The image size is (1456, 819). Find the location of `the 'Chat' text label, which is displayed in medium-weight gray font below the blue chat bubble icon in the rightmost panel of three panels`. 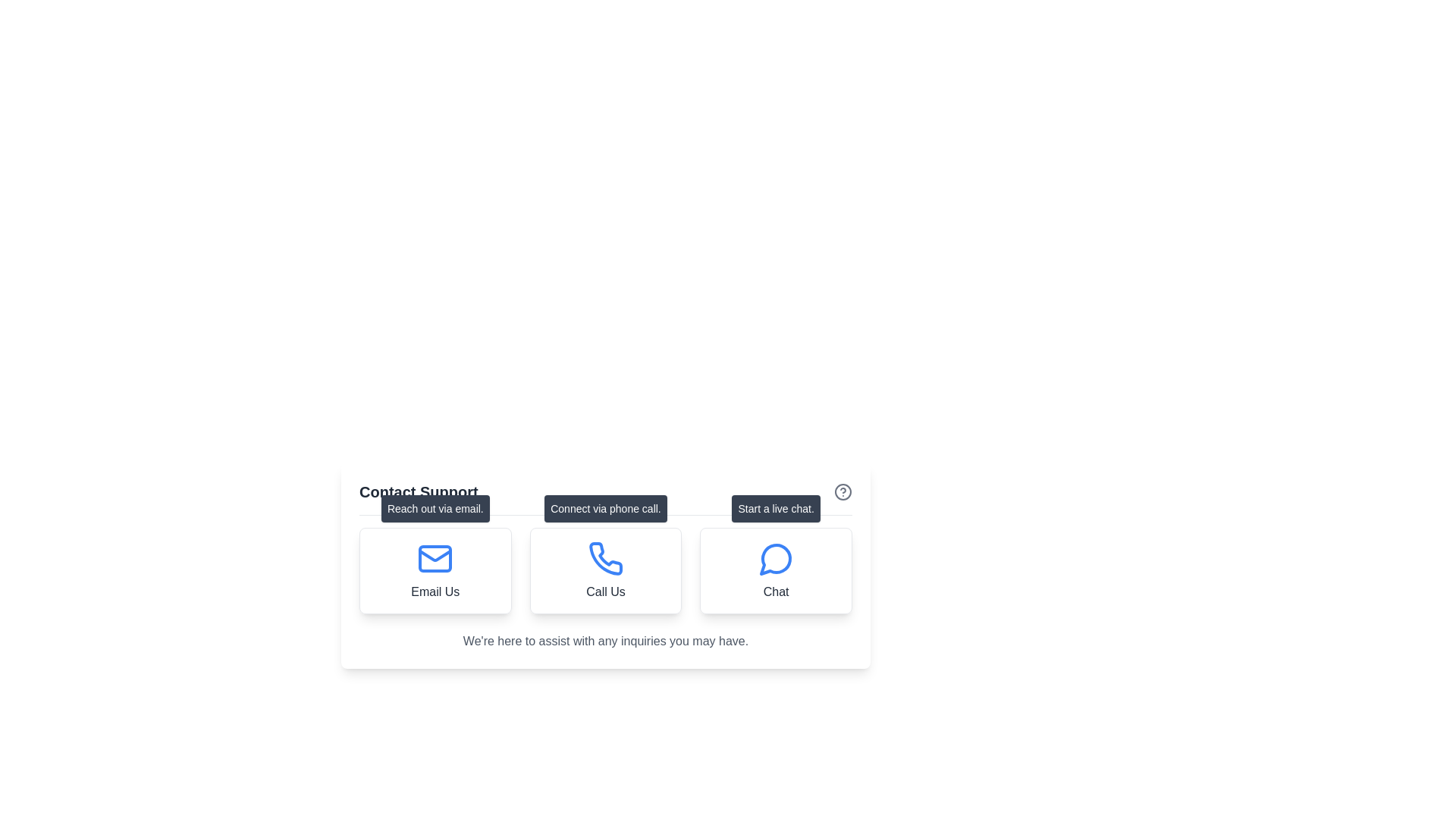

the 'Chat' text label, which is displayed in medium-weight gray font below the blue chat bubble icon in the rightmost panel of three panels is located at coordinates (776, 591).